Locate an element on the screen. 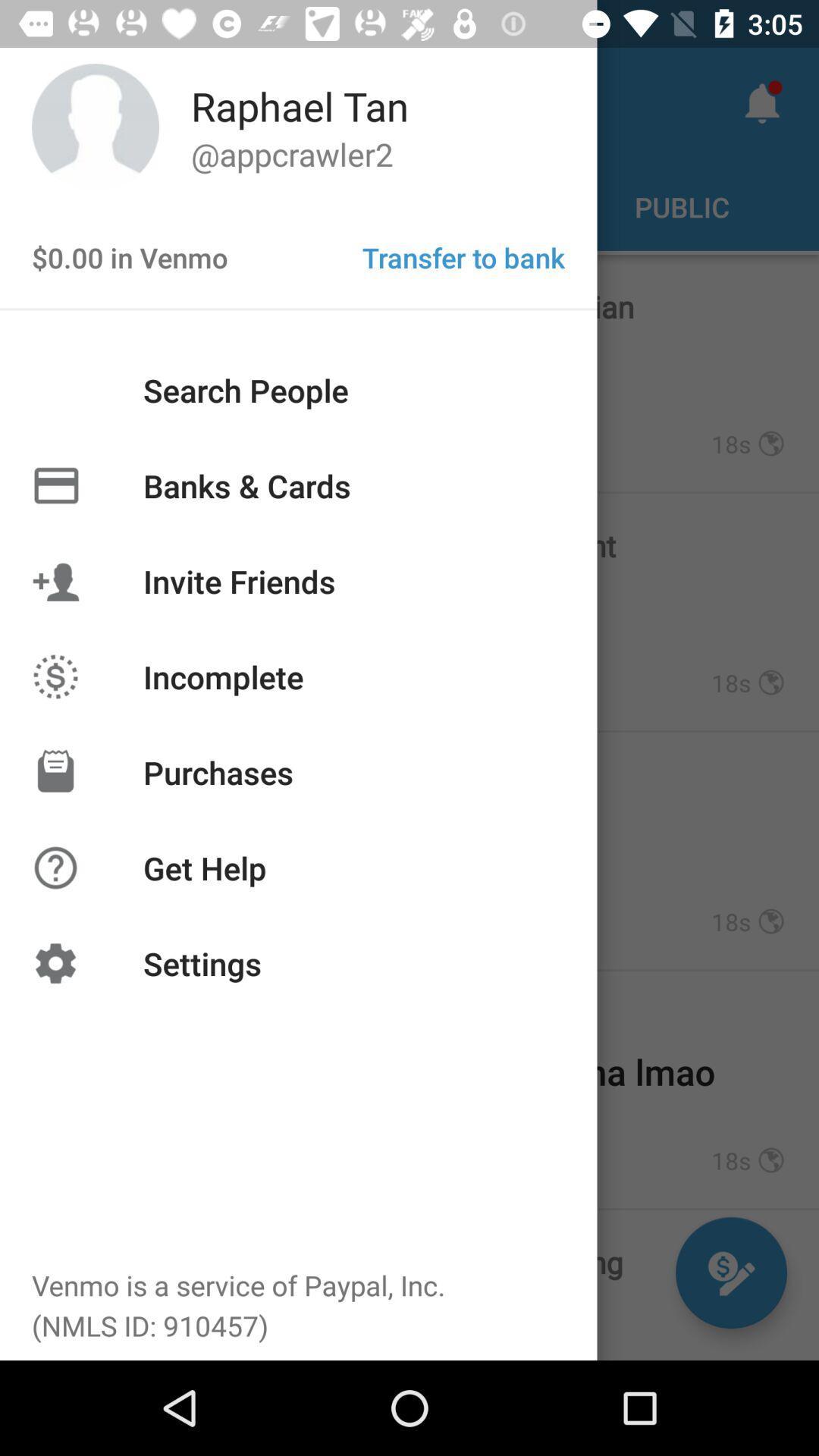 This screenshot has height=1456, width=819. the edit icon is located at coordinates (730, 1272).